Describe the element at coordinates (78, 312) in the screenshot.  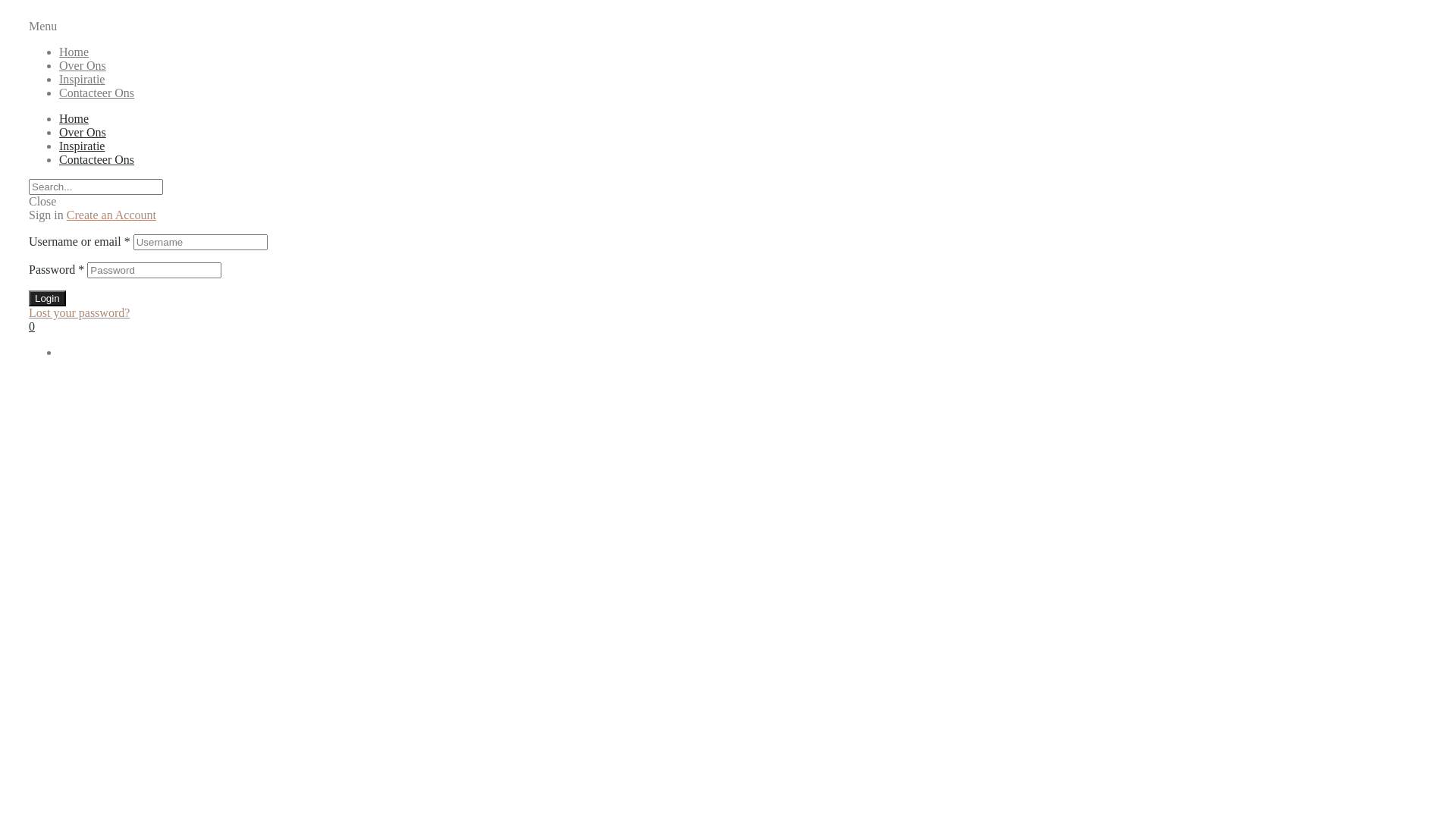
I see `'Lost your password?'` at that location.